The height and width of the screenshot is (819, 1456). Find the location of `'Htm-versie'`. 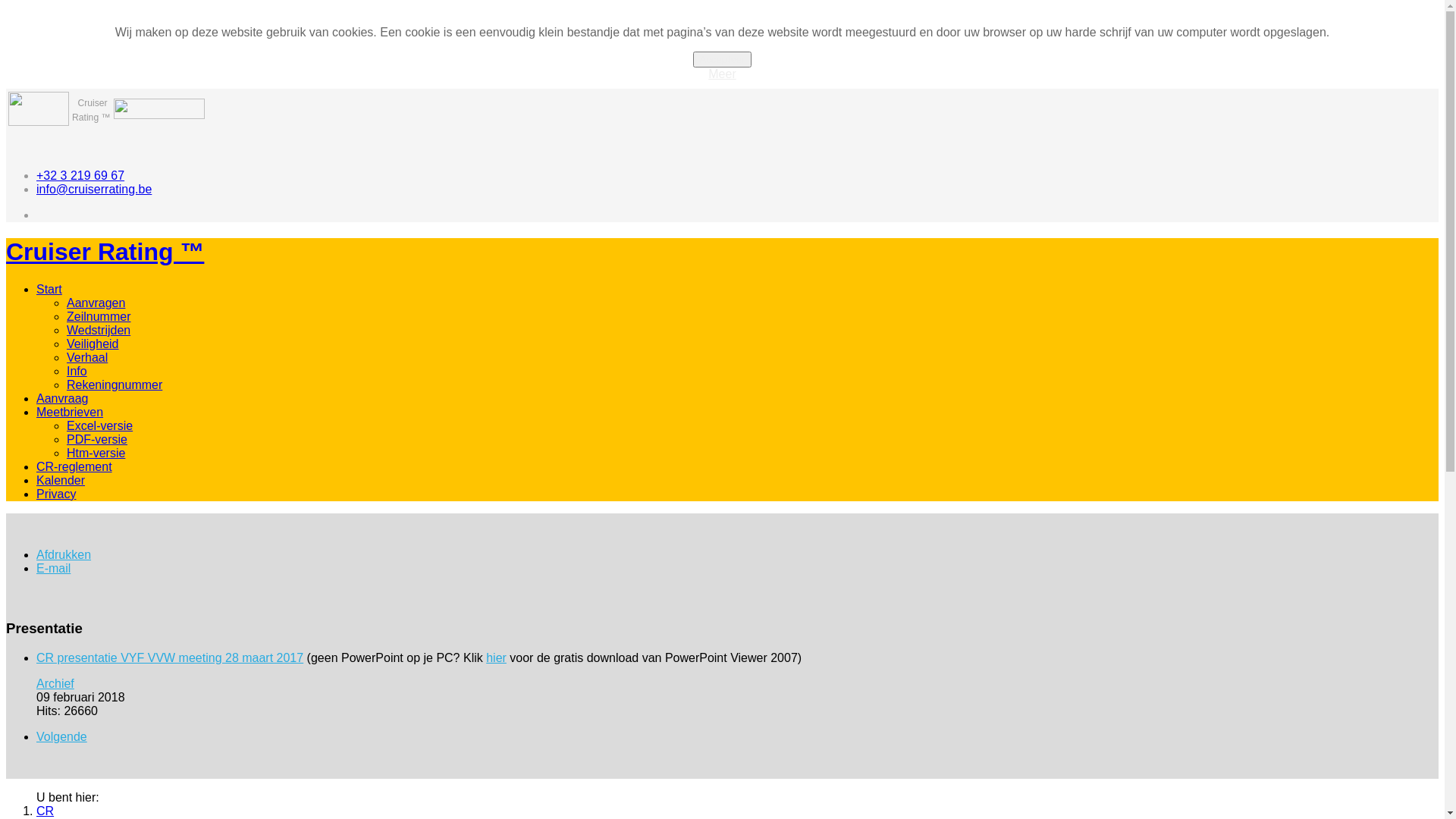

'Htm-versie' is located at coordinates (65, 452).